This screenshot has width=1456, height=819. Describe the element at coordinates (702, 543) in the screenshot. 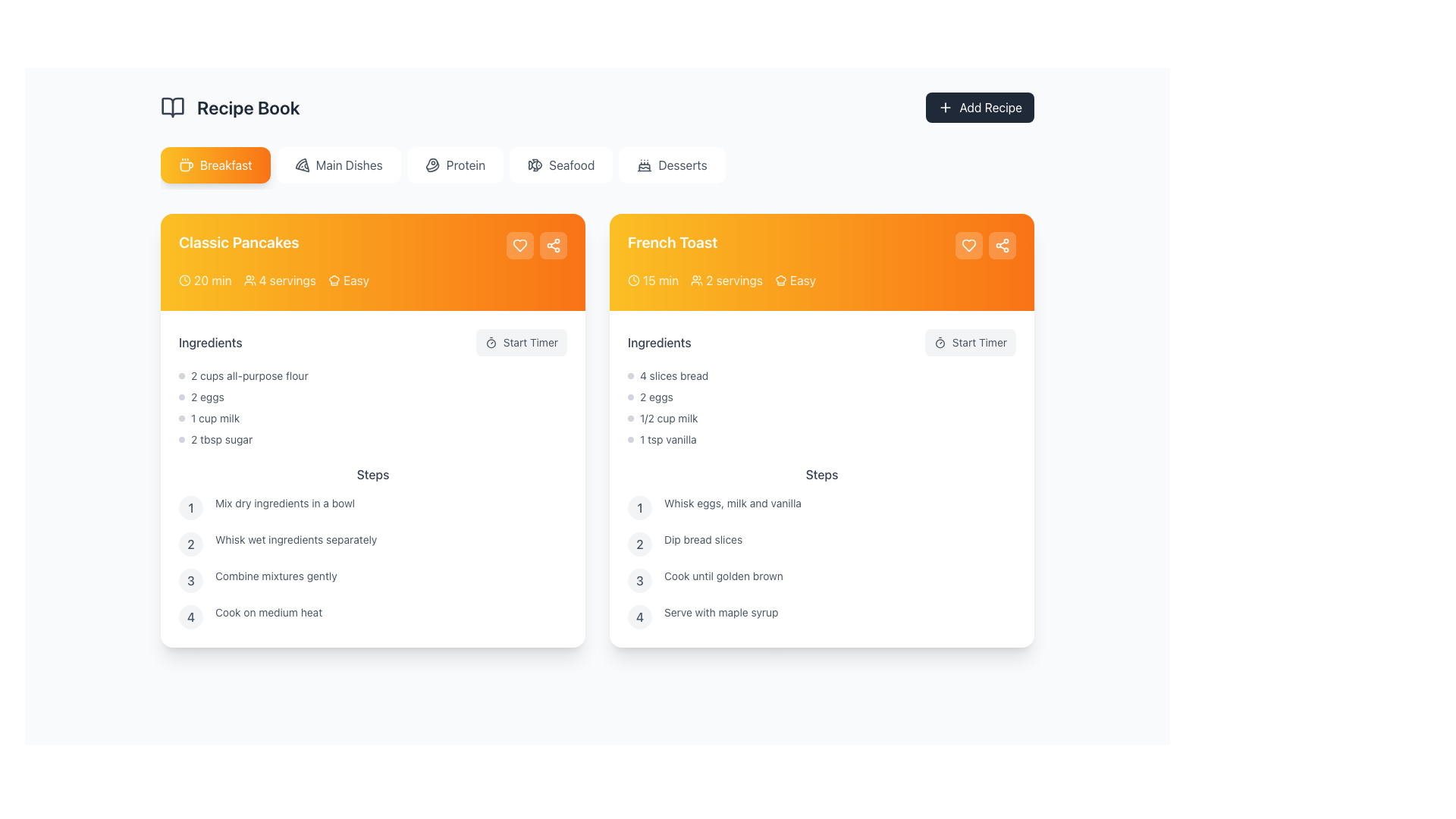

I see `the text label displaying the second step in the recipe preparation instructions for 'French Toast', located in the 'Steps' section of the recipe card` at that location.